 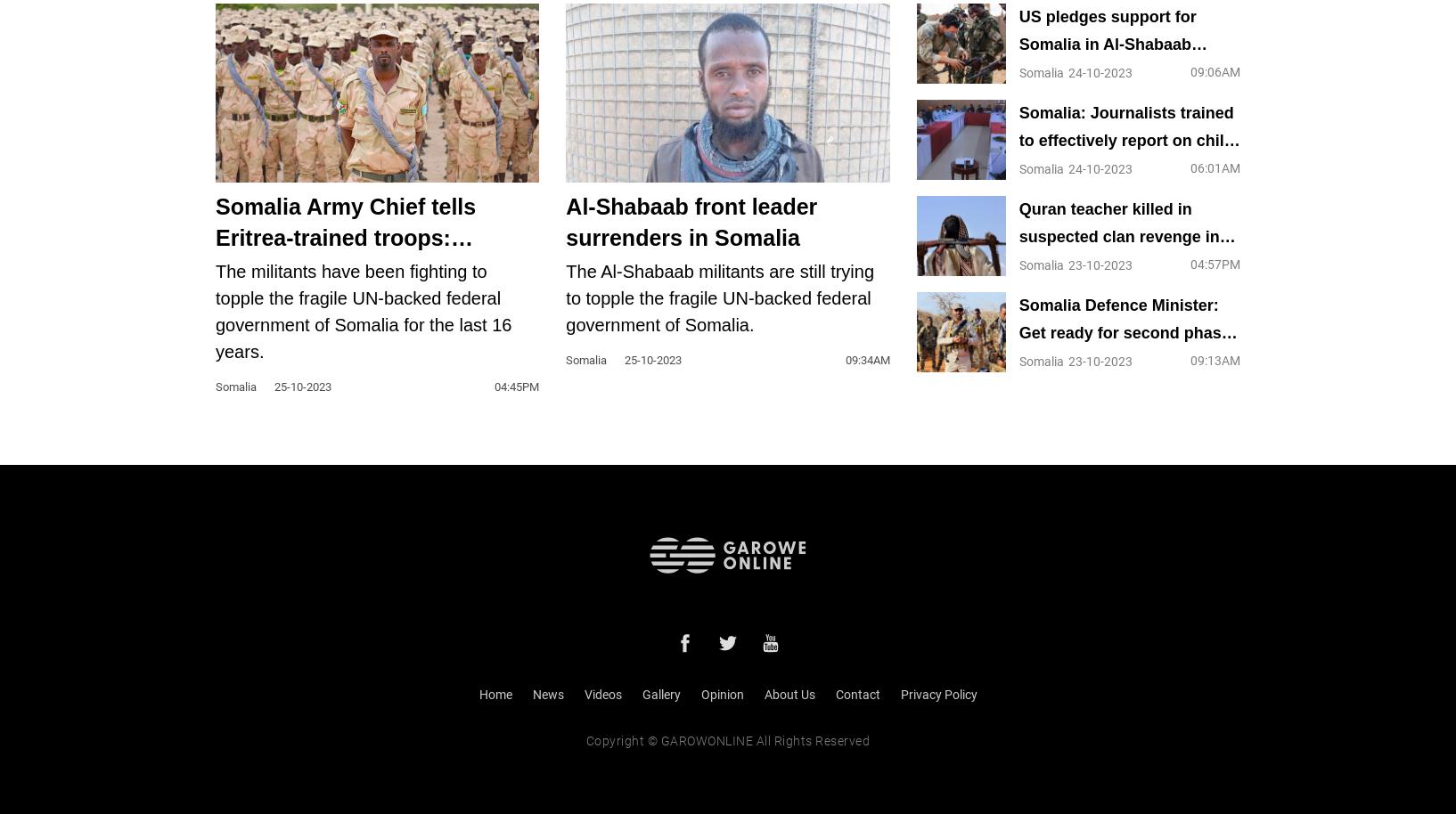 I want to click on 'Al-Shabaab front leader surrenders in Somalia', so click(x=565, y=220).